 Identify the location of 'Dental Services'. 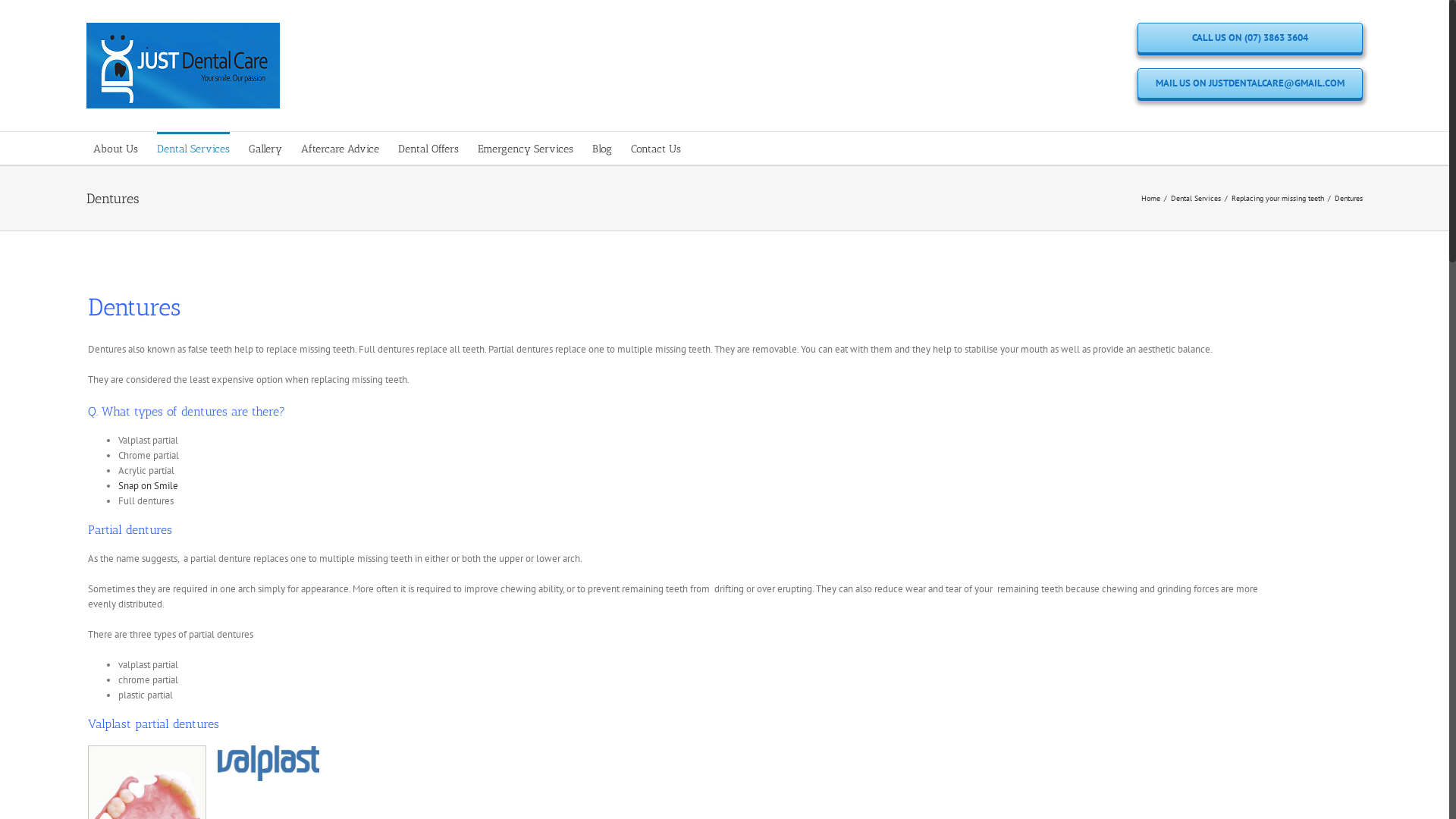
(1195, 196).